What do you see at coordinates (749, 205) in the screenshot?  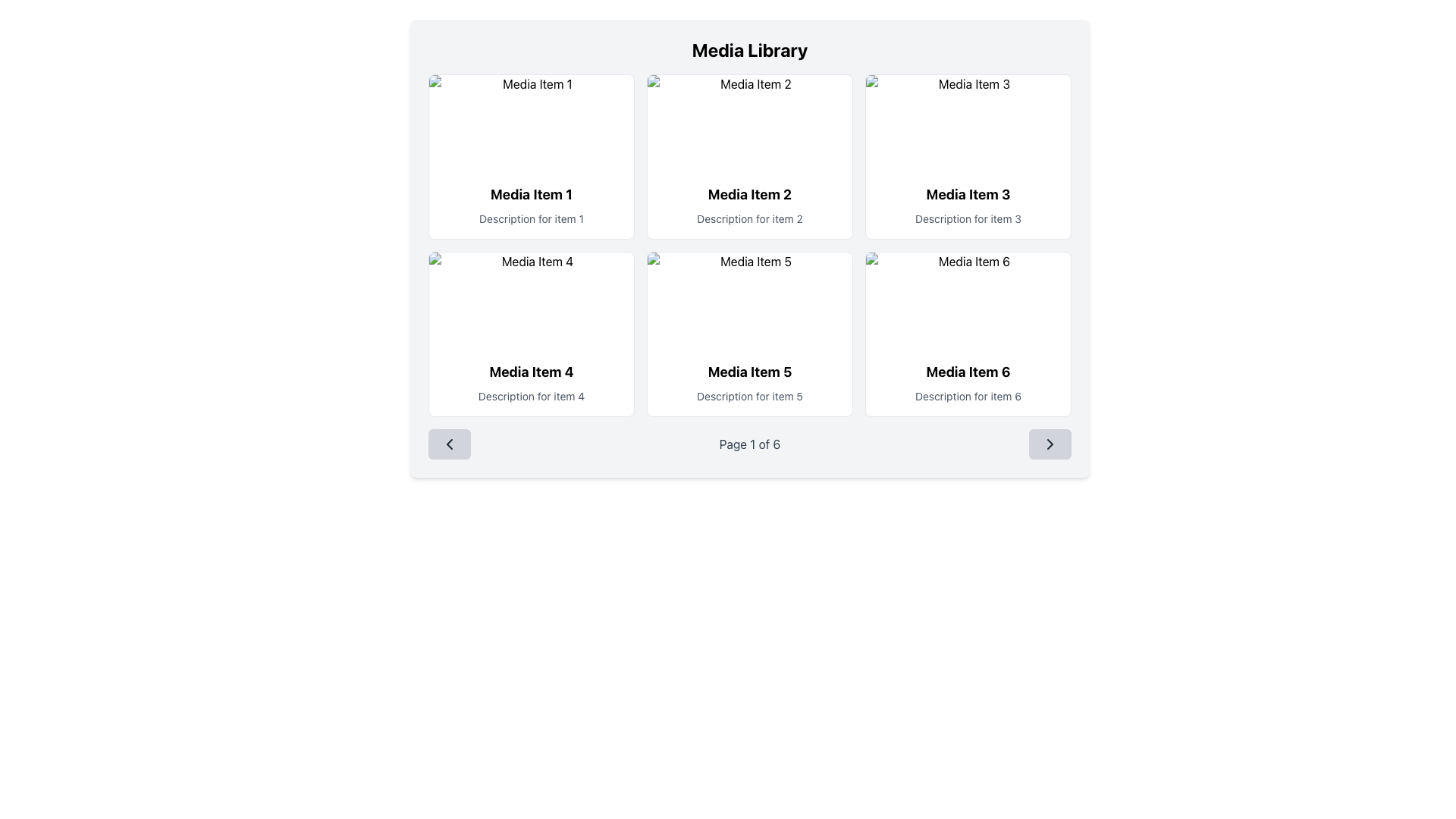 I see `the Informational text block located in the second column of the first row within a 3x2 grid, which provides a title and a short description for a media item` at bounding box center [749, 205].